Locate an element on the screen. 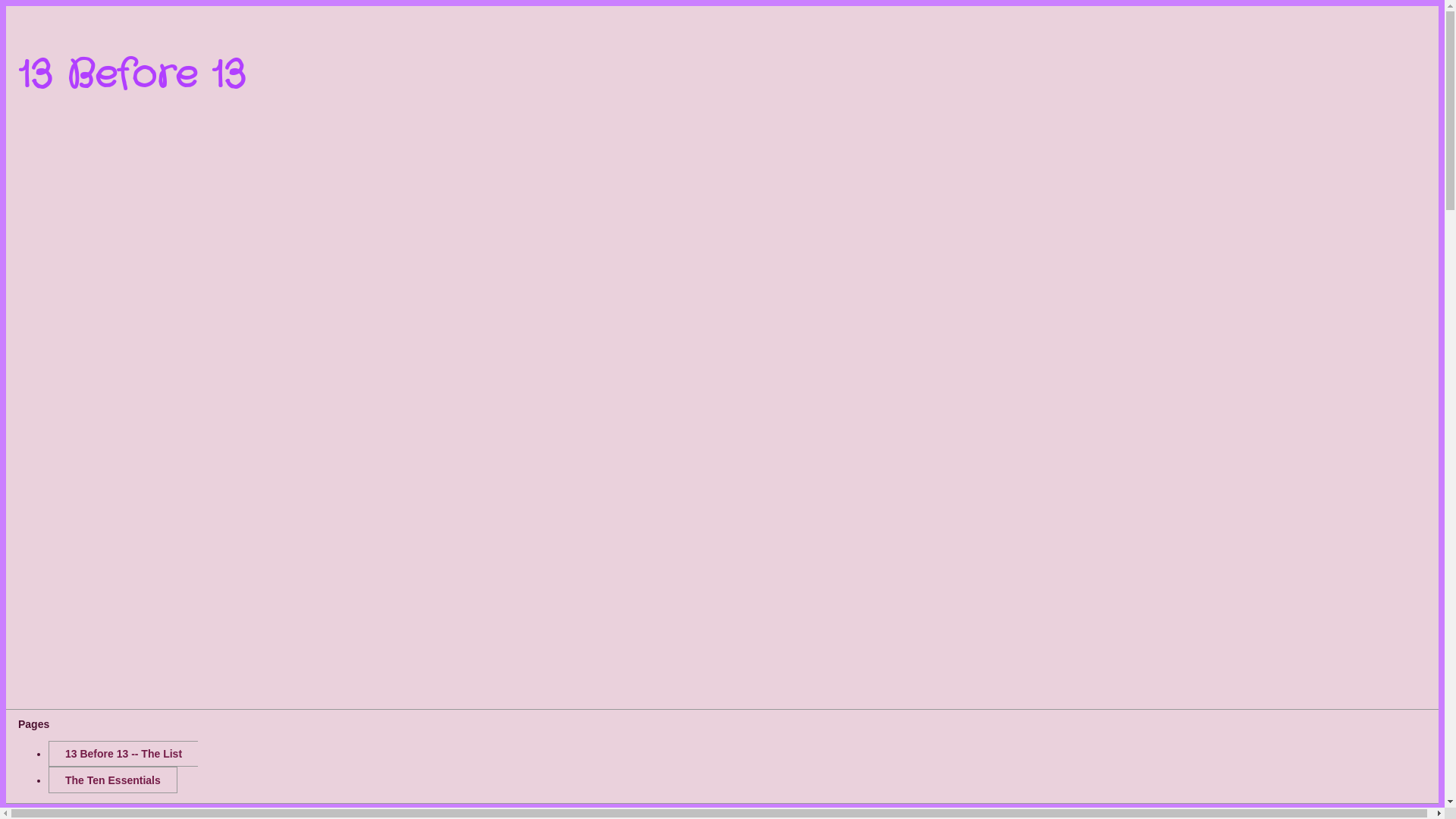 This screenshot has height=819, width=1456. 'The Ten Essentials' is located at coordinates (48, 780).